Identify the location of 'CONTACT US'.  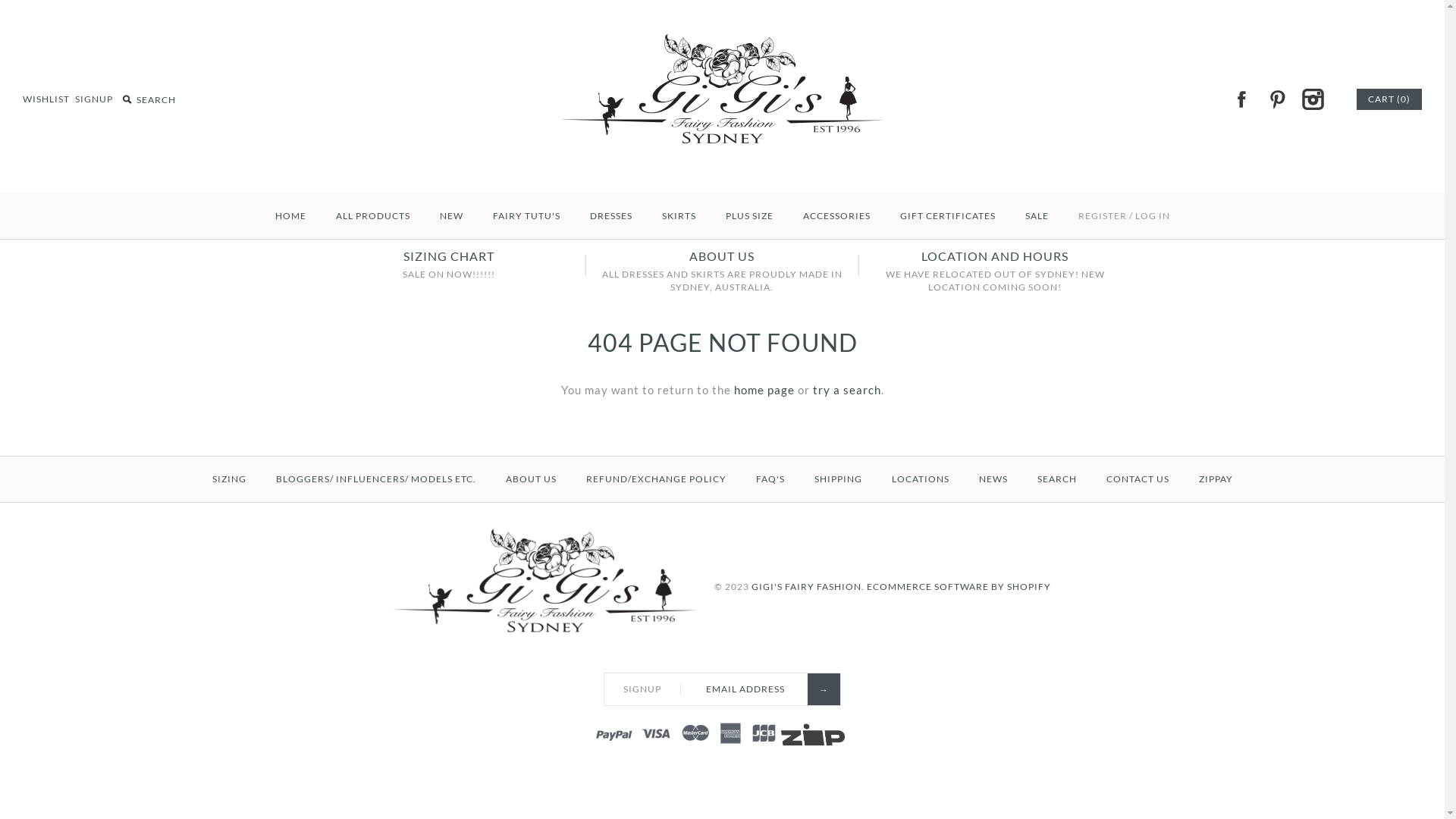
(1092, 479).